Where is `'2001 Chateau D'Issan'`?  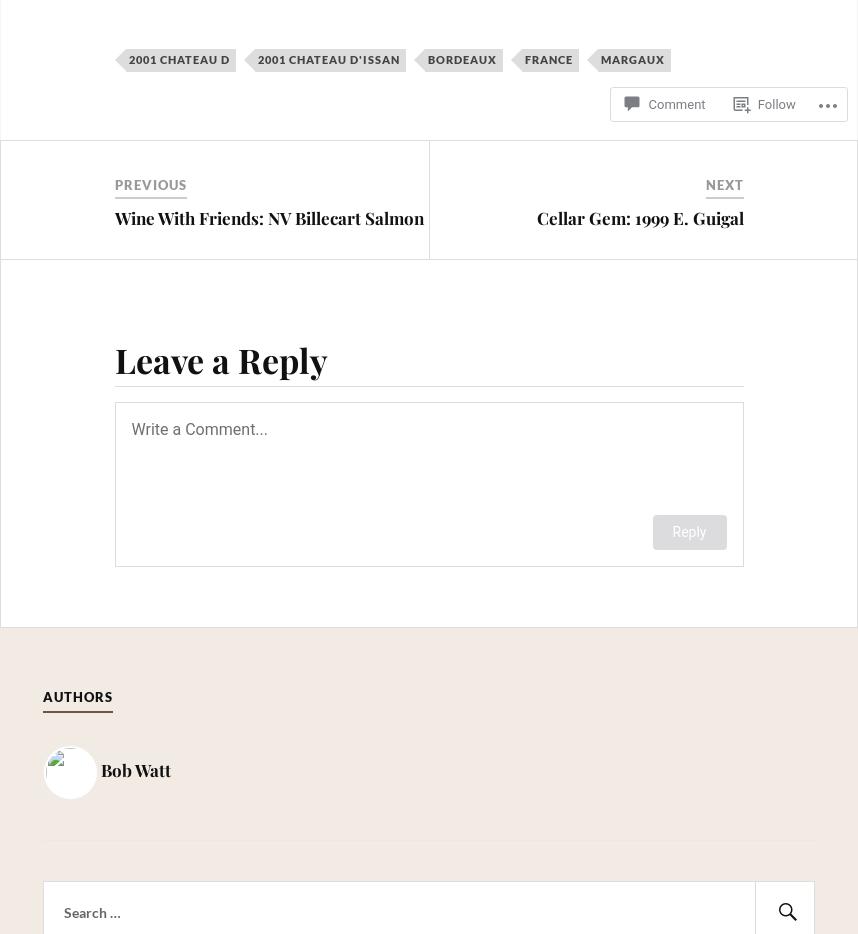 '2001 Chateau D'Issan' is located at coordinates (327, 59).